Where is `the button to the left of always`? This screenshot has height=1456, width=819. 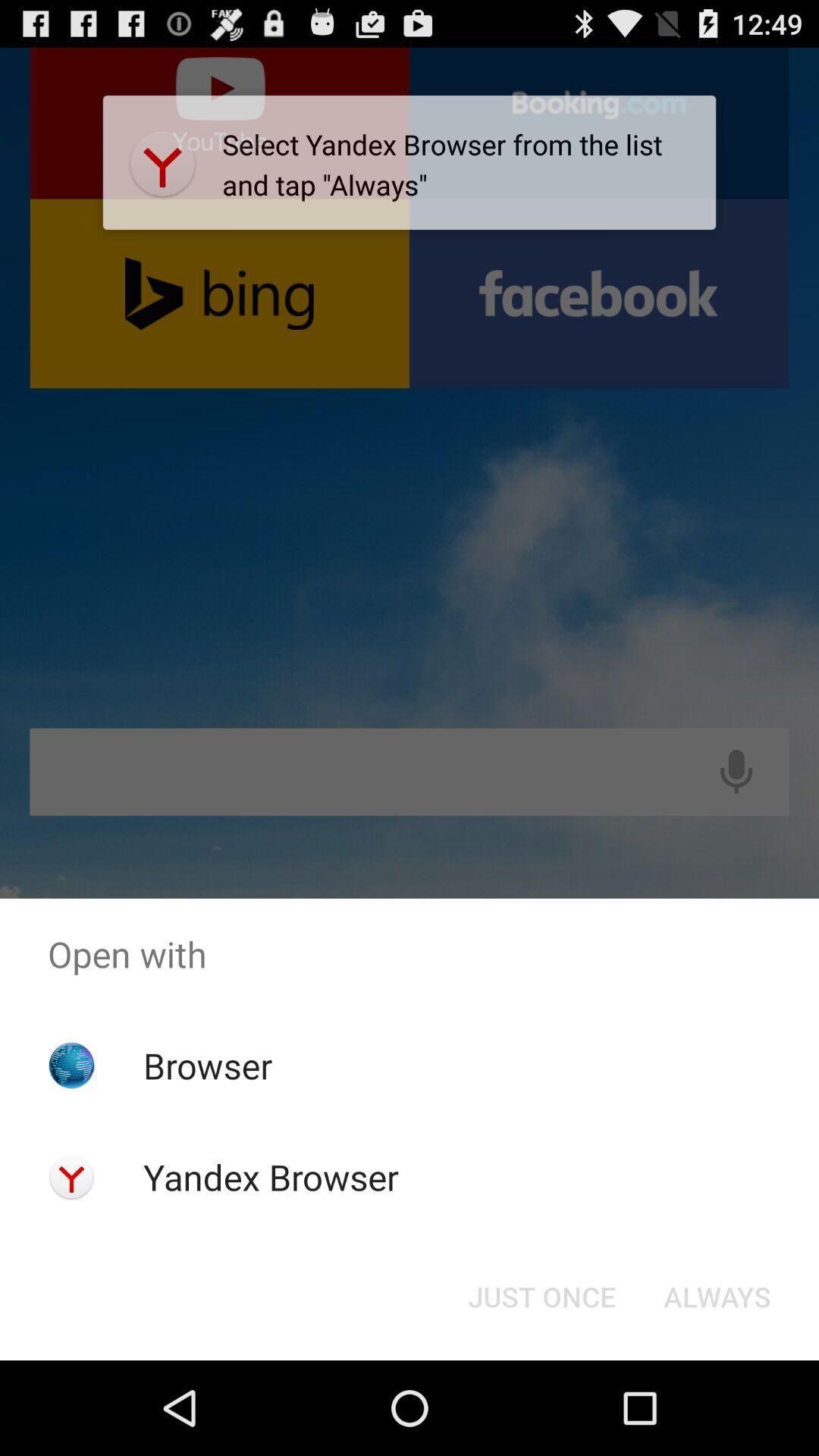
the button to the left of always is located at coordinates (541, 1295).